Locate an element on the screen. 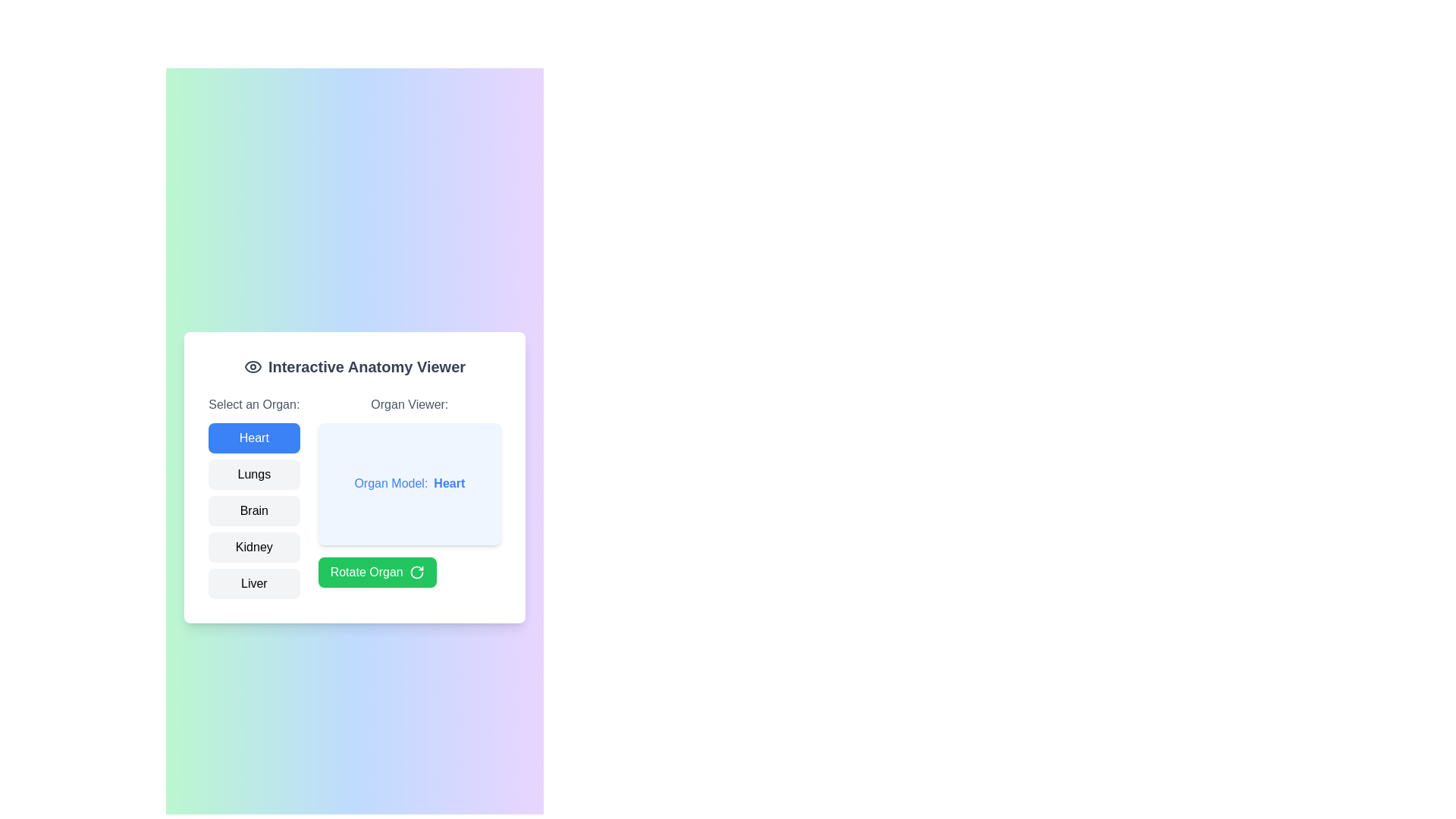 The width and height of the screenshot is (1456, 819). the visibility icon located to the left of the 'Interactive Anatomy Viewer' text in the header of the interface is located at coordinates (253, 366).